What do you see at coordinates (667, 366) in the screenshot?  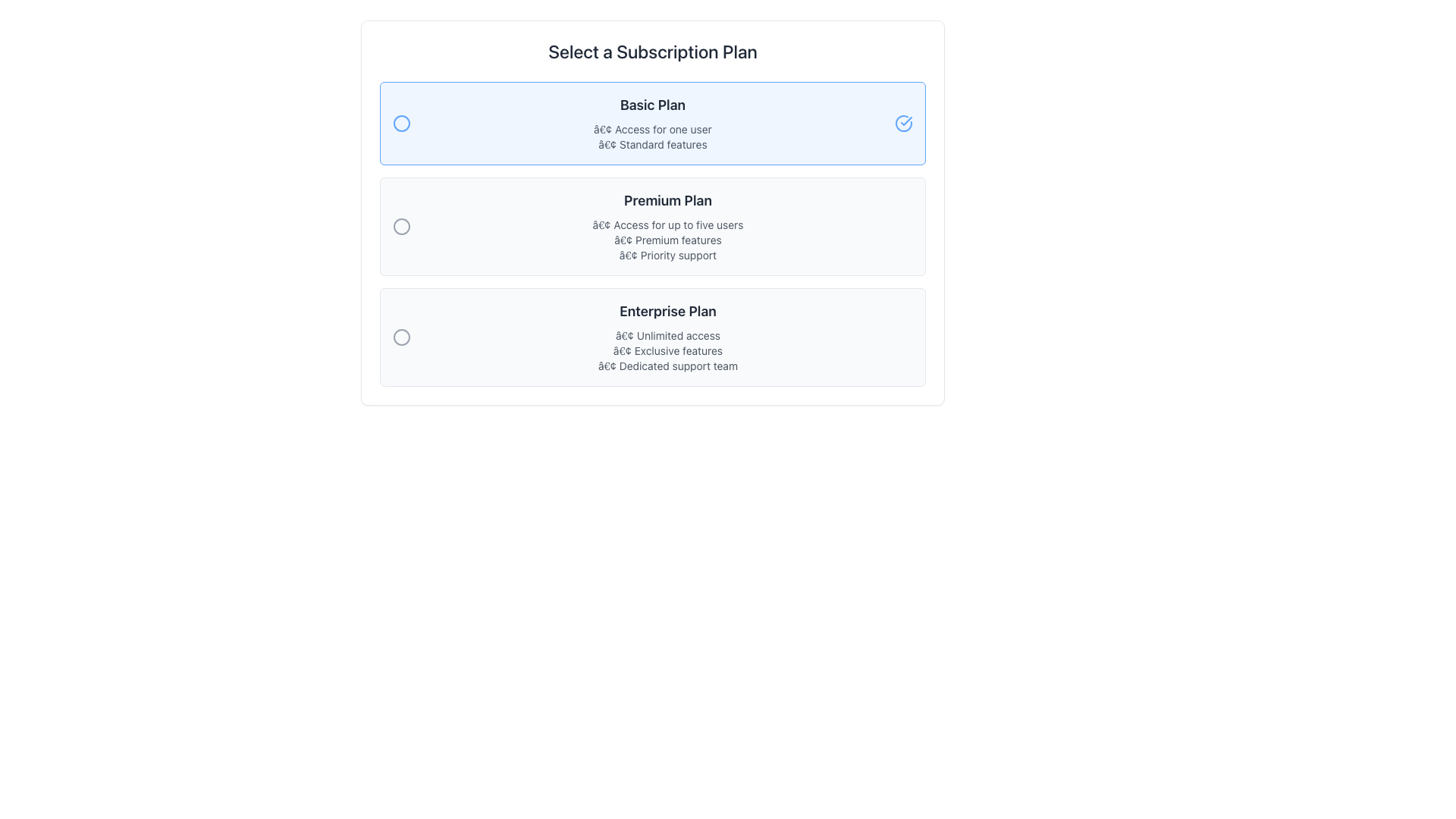 I see `the text label displaying '• Dedicated support team', which is the third item in the list of benefits under the 'Enterprise Plan' section` at bounding box center [667, 366].